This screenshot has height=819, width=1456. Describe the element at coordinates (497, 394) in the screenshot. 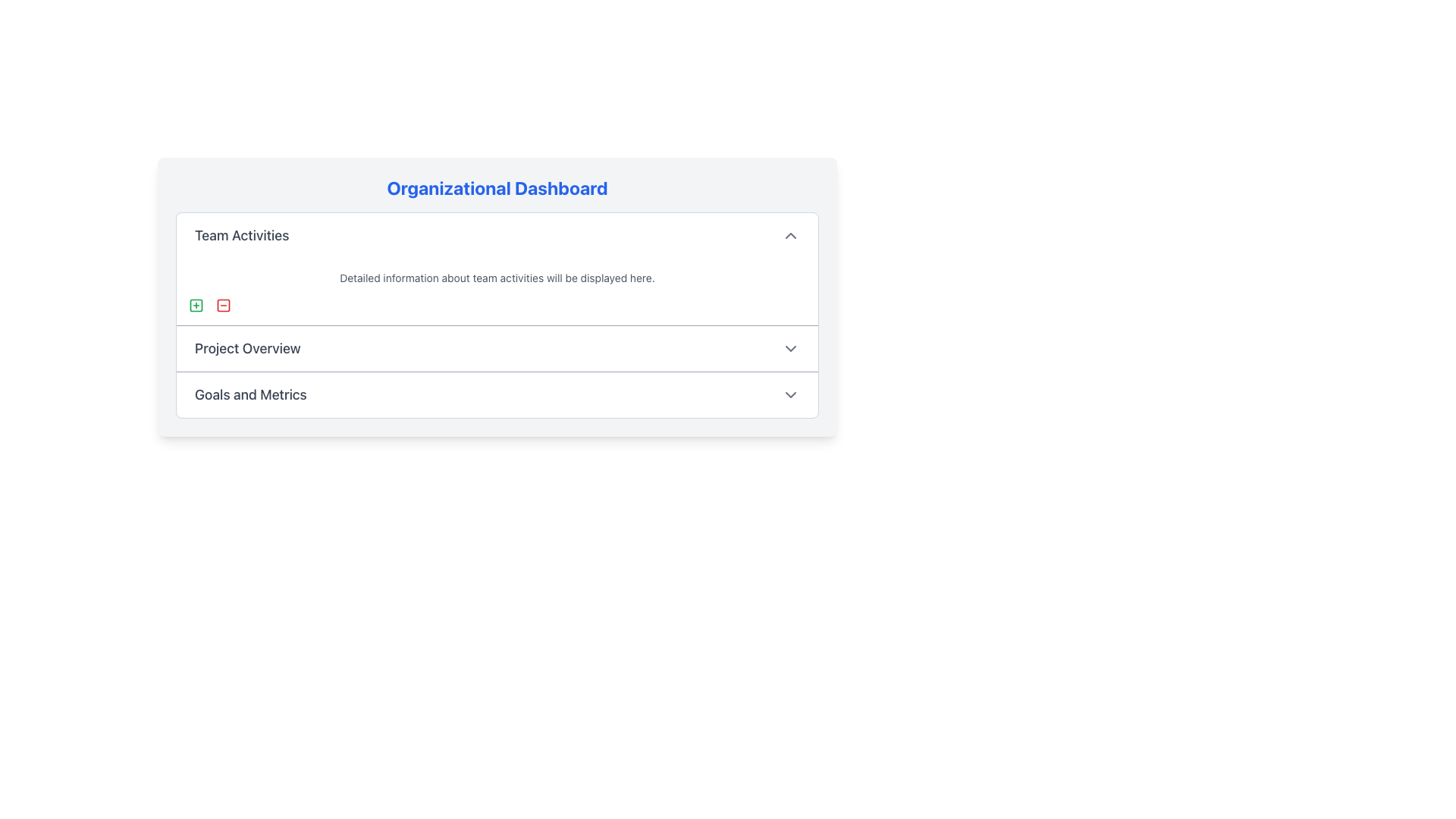

I see `the clickable menu item for 'Goals and Metrics'` at that location.